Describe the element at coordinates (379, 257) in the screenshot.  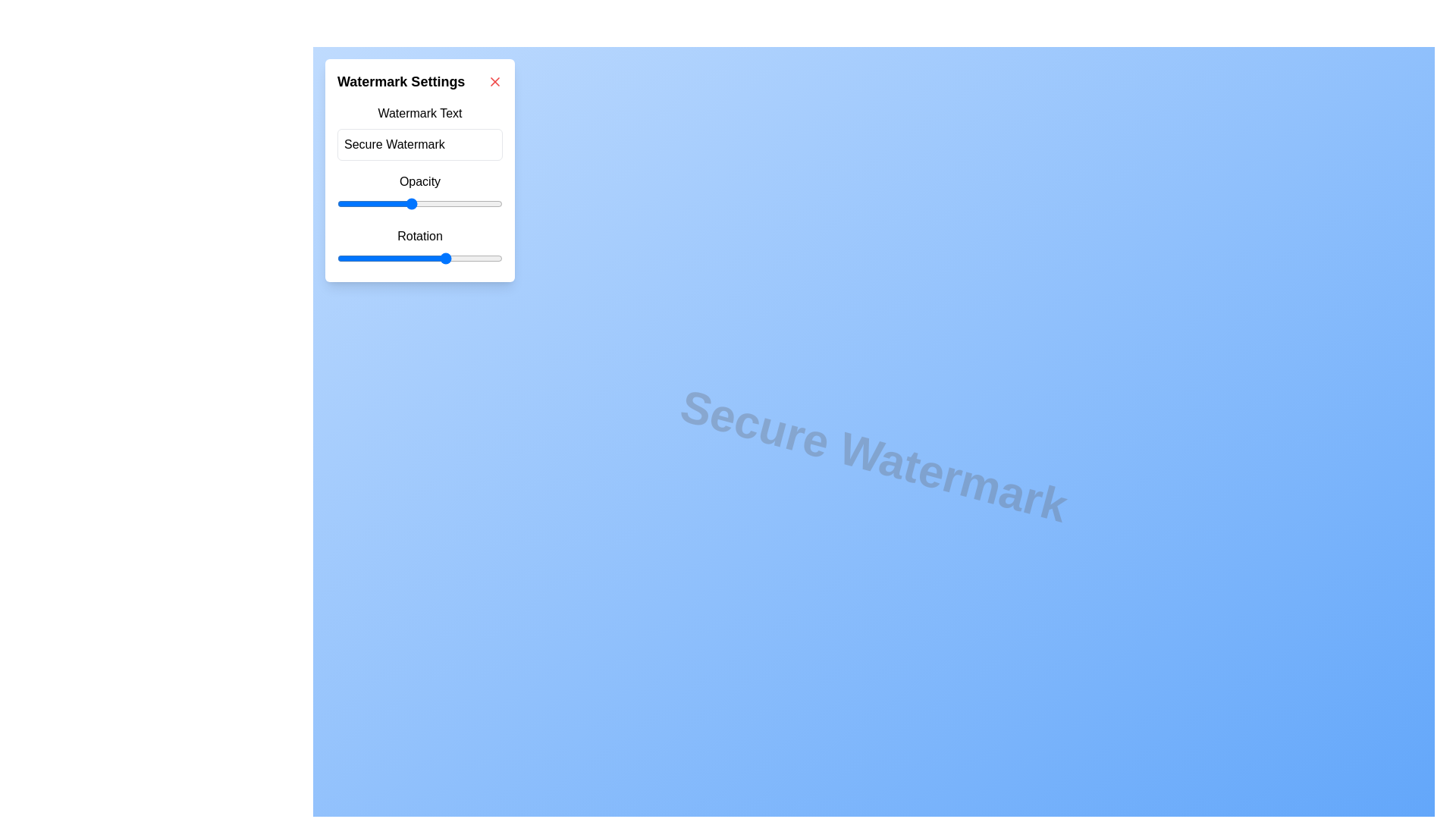
I see `the rotation` at that location.